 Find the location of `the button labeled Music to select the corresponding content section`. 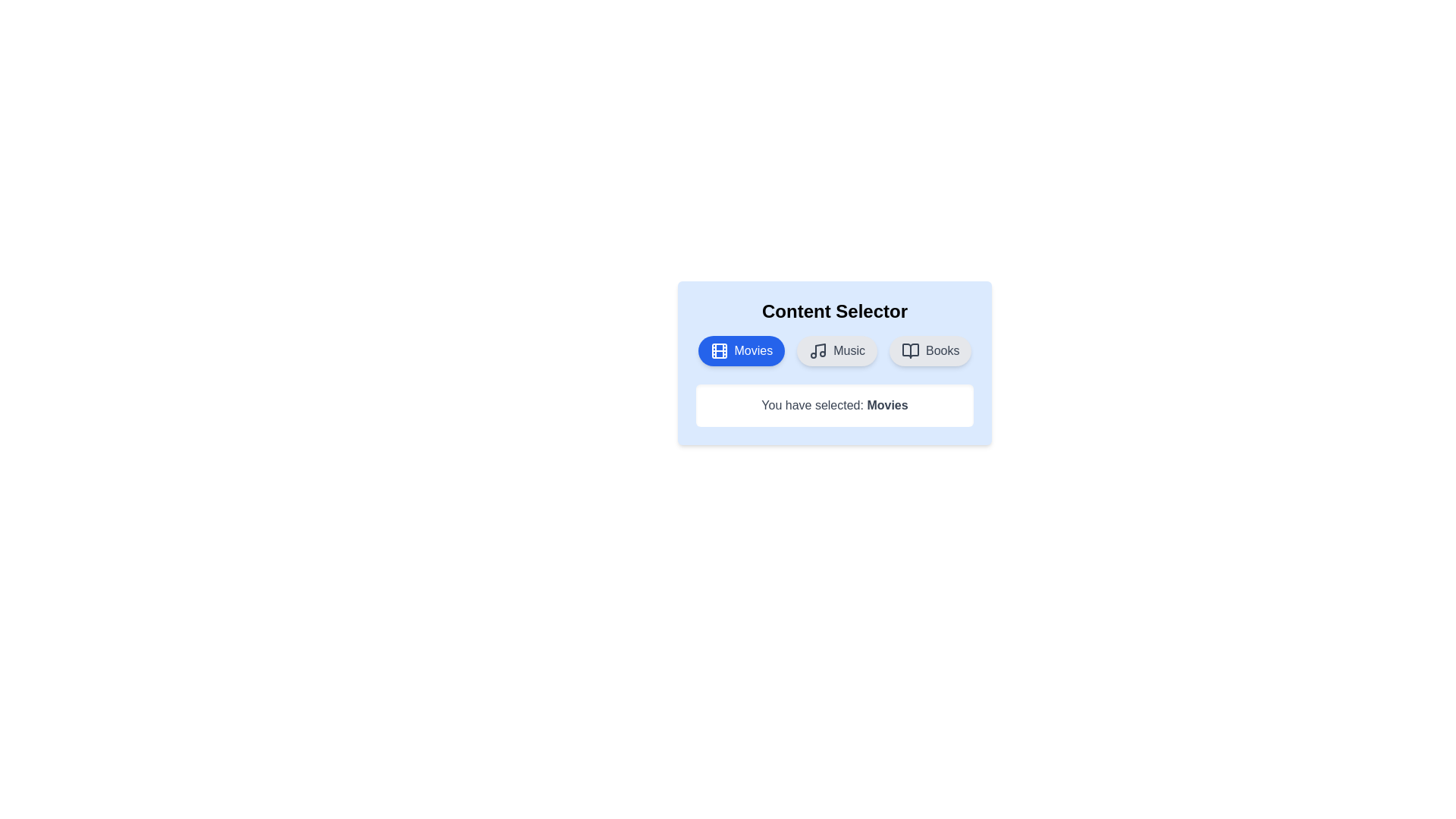

the button labeled Music to select the corresponding content section is located at coordinates (836, 350).